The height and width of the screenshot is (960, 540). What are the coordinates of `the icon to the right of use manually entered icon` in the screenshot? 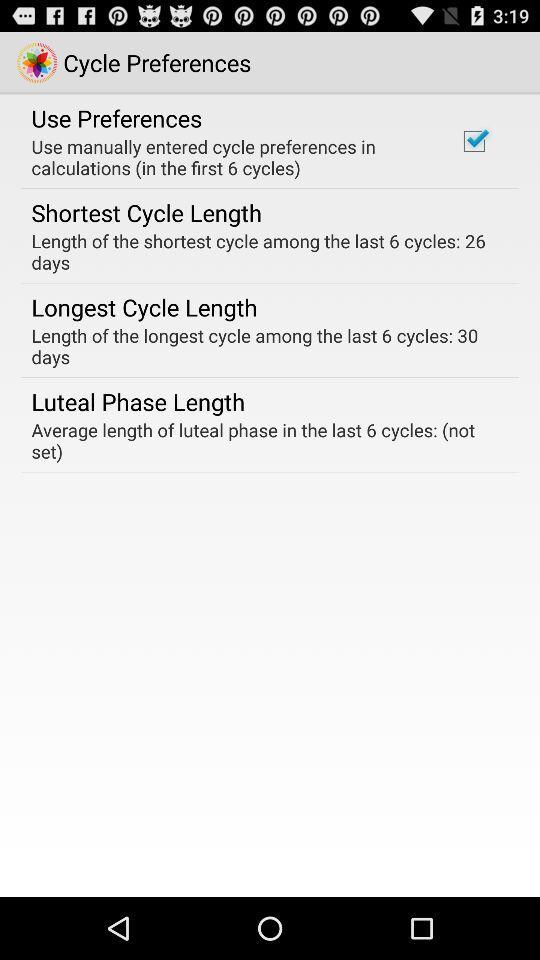 It's located at (473, 140).